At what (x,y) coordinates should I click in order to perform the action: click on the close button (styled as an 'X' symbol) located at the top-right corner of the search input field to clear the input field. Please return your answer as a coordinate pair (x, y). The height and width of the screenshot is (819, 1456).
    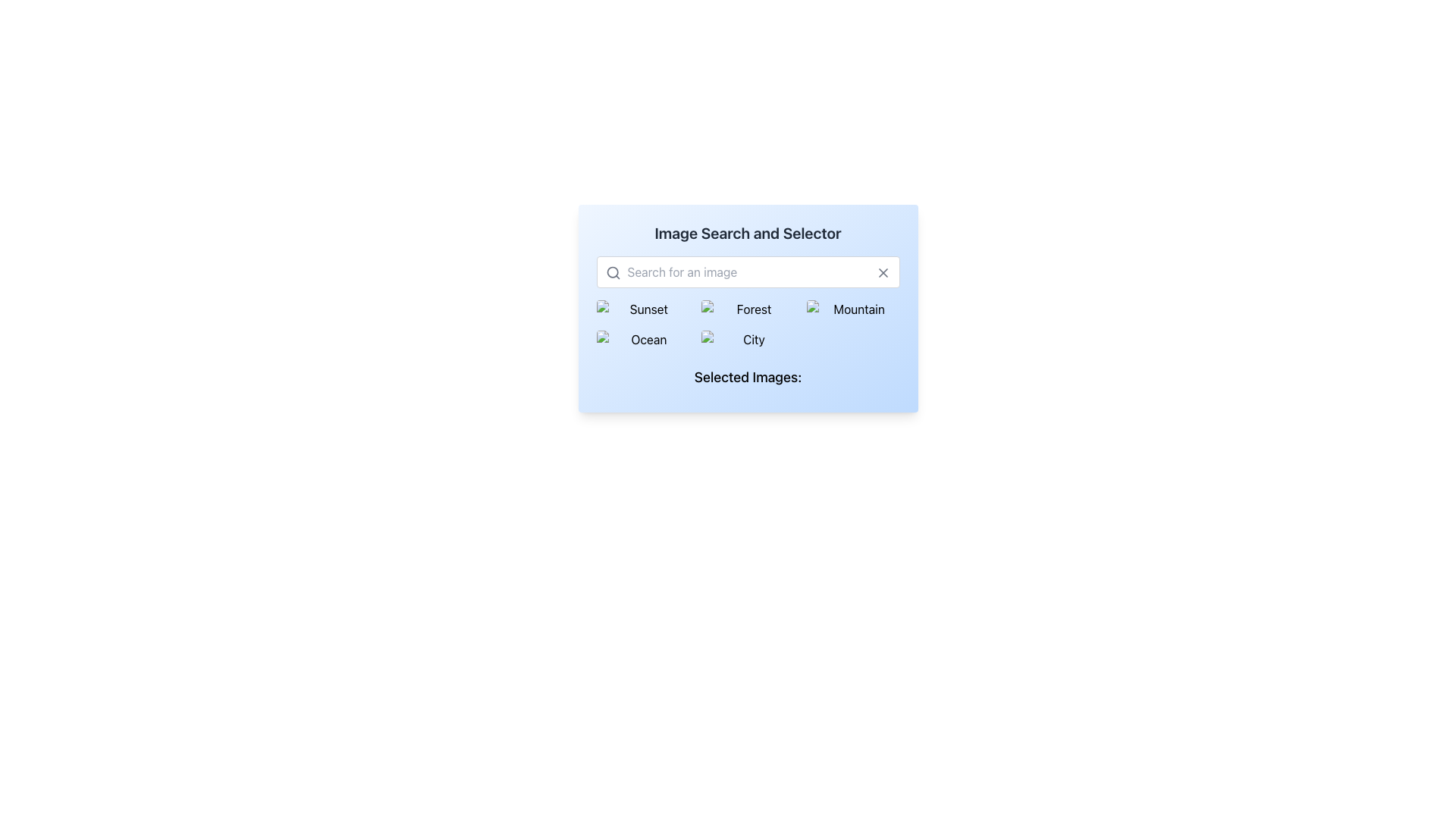
    Looking at the image, I should click on (883, 271).